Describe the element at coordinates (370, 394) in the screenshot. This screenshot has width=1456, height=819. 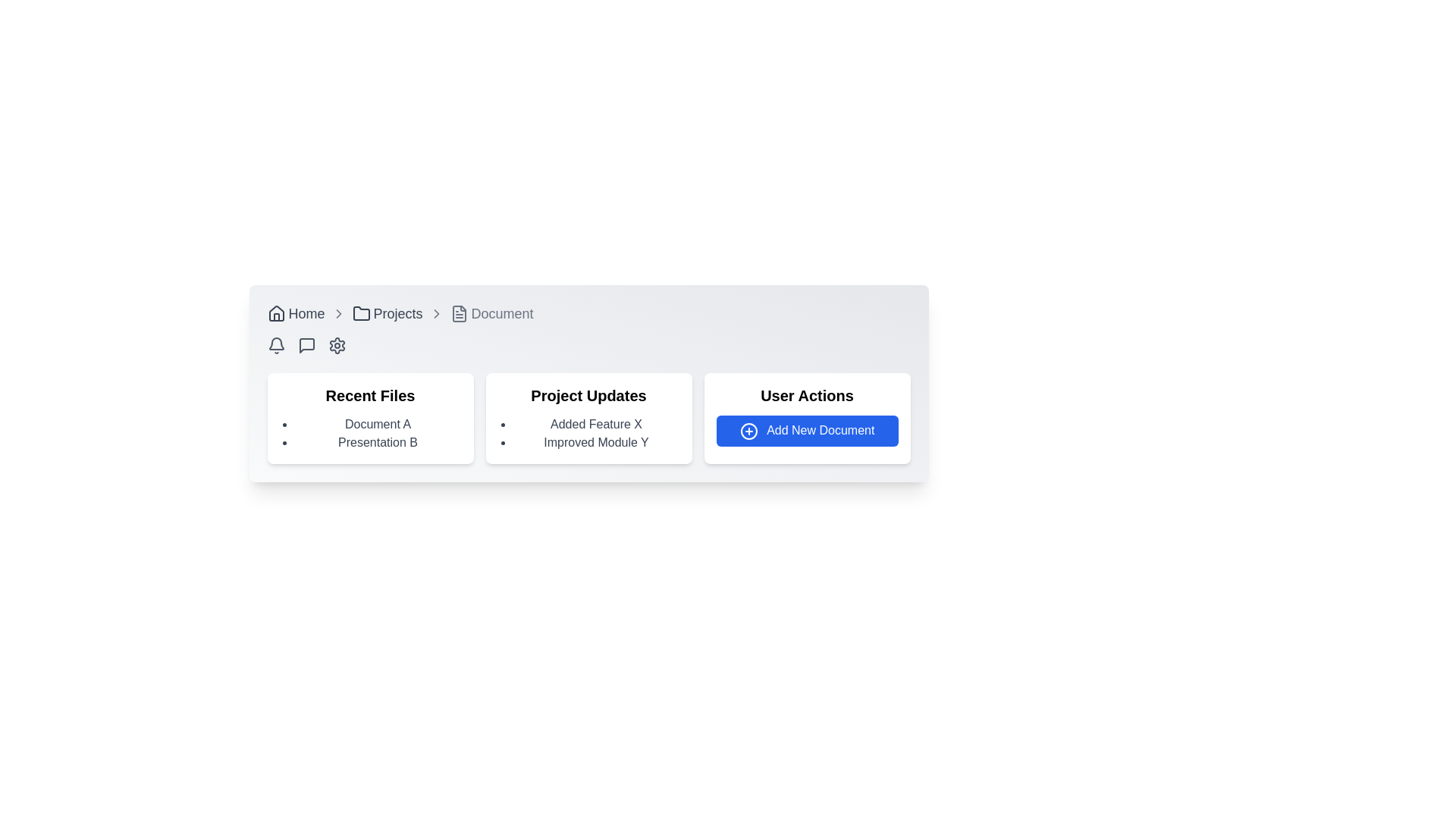
I see `the 'Recent Files' label, which is a bold, large black text indicating a section title within its card` at that location.